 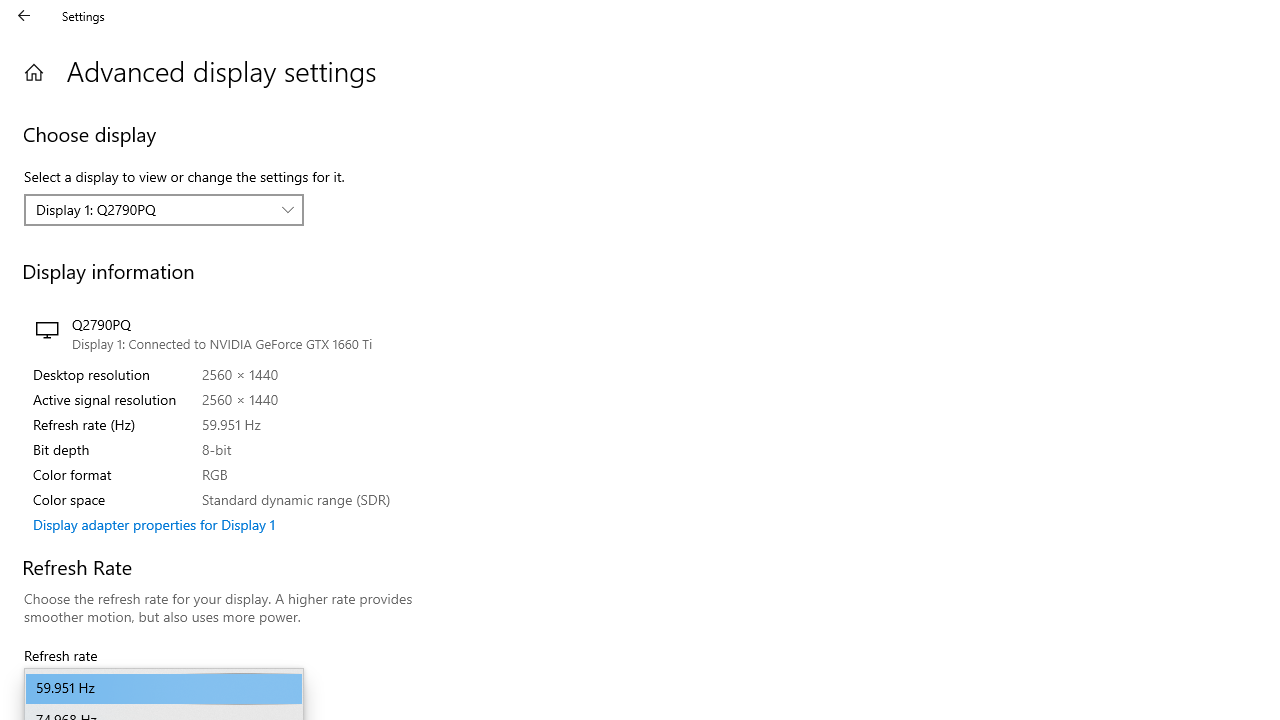 What do you see at coordinates (24, 15) in the screenshot?
I see `'Back'` at bounding box center [24, 15].